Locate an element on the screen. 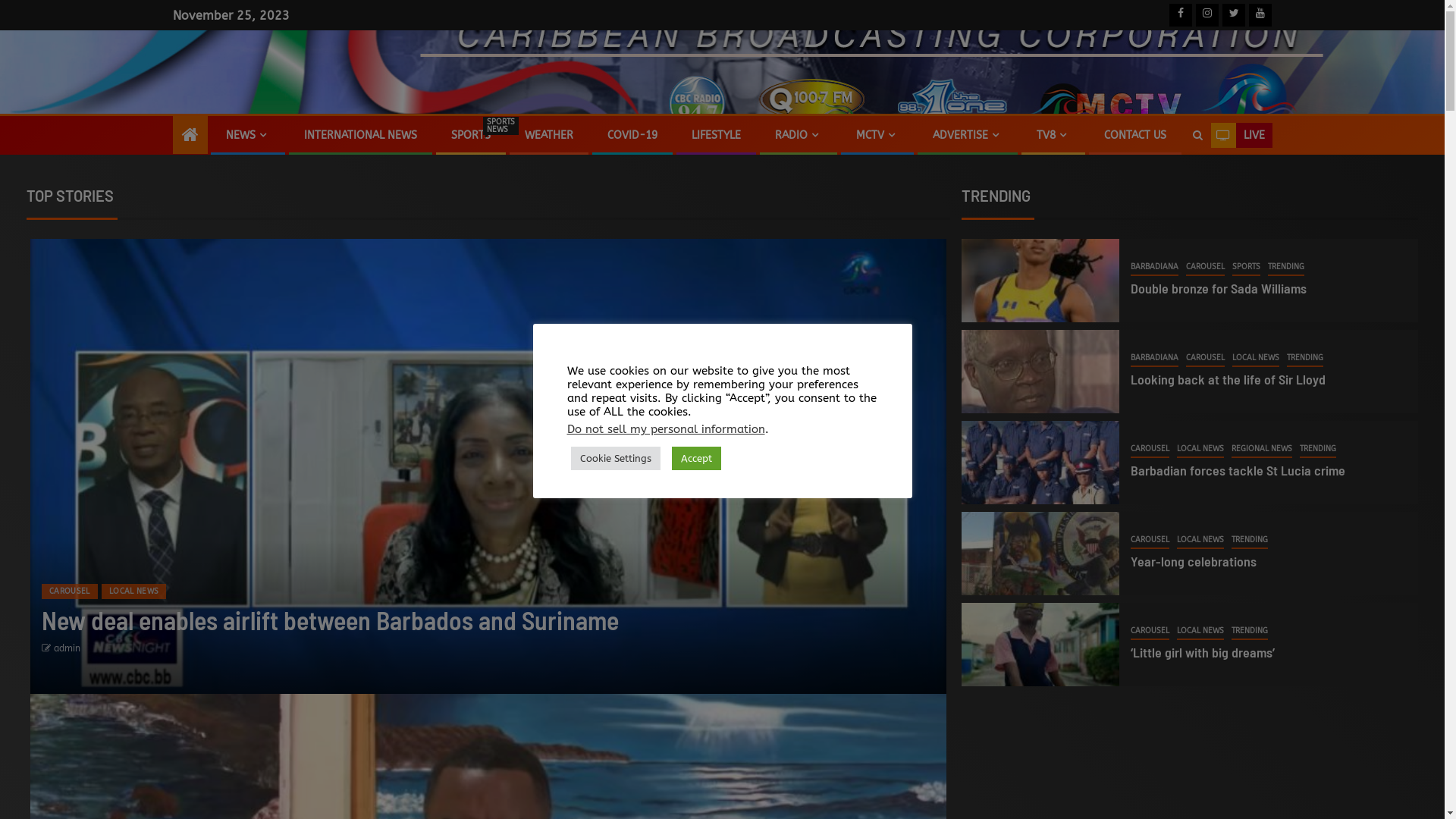 This screenshot has height=819, width=1456. 'LOCAL NEWS' is located at coordinates (134, 590).